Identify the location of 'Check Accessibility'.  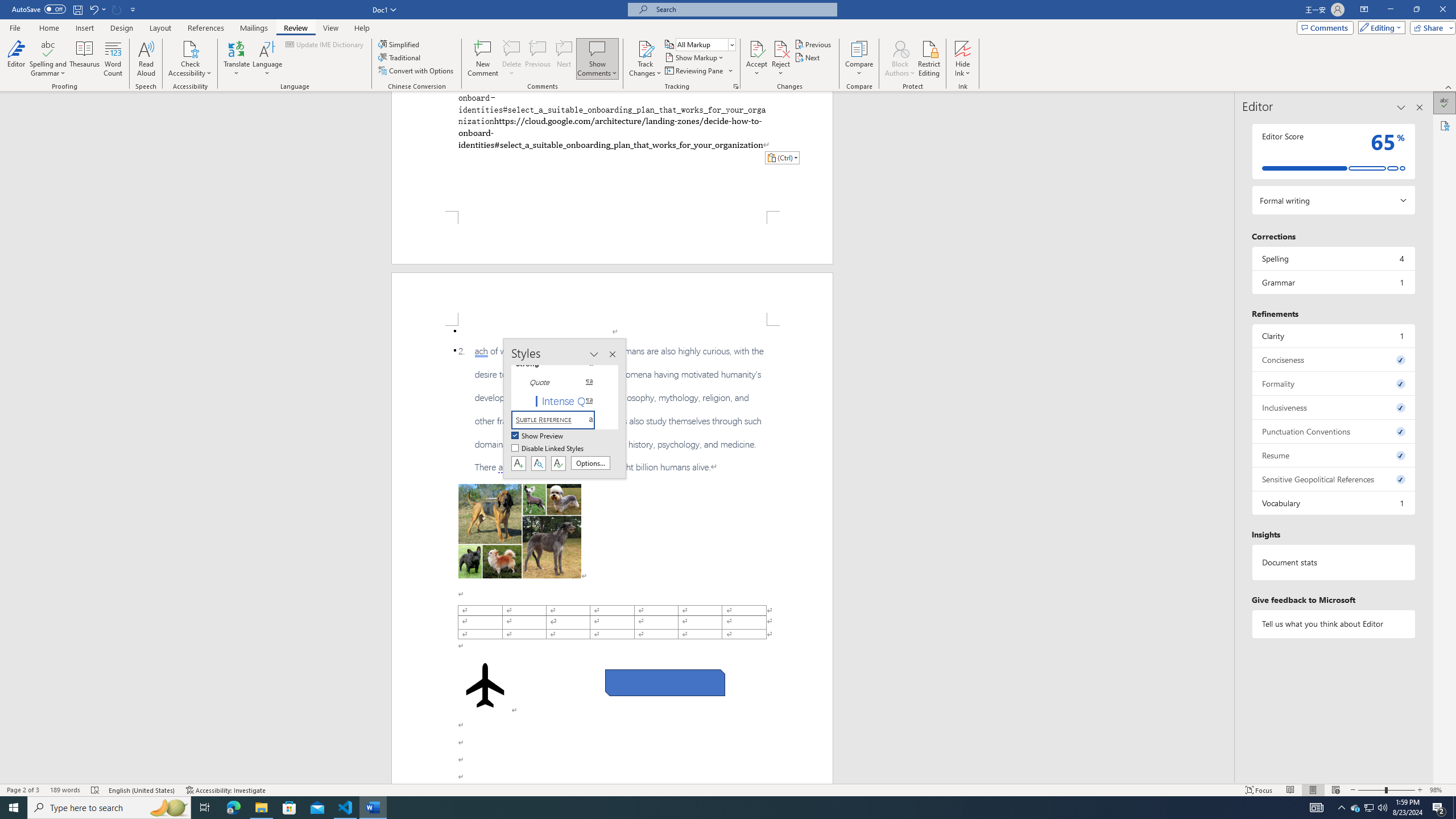
(190, 48).